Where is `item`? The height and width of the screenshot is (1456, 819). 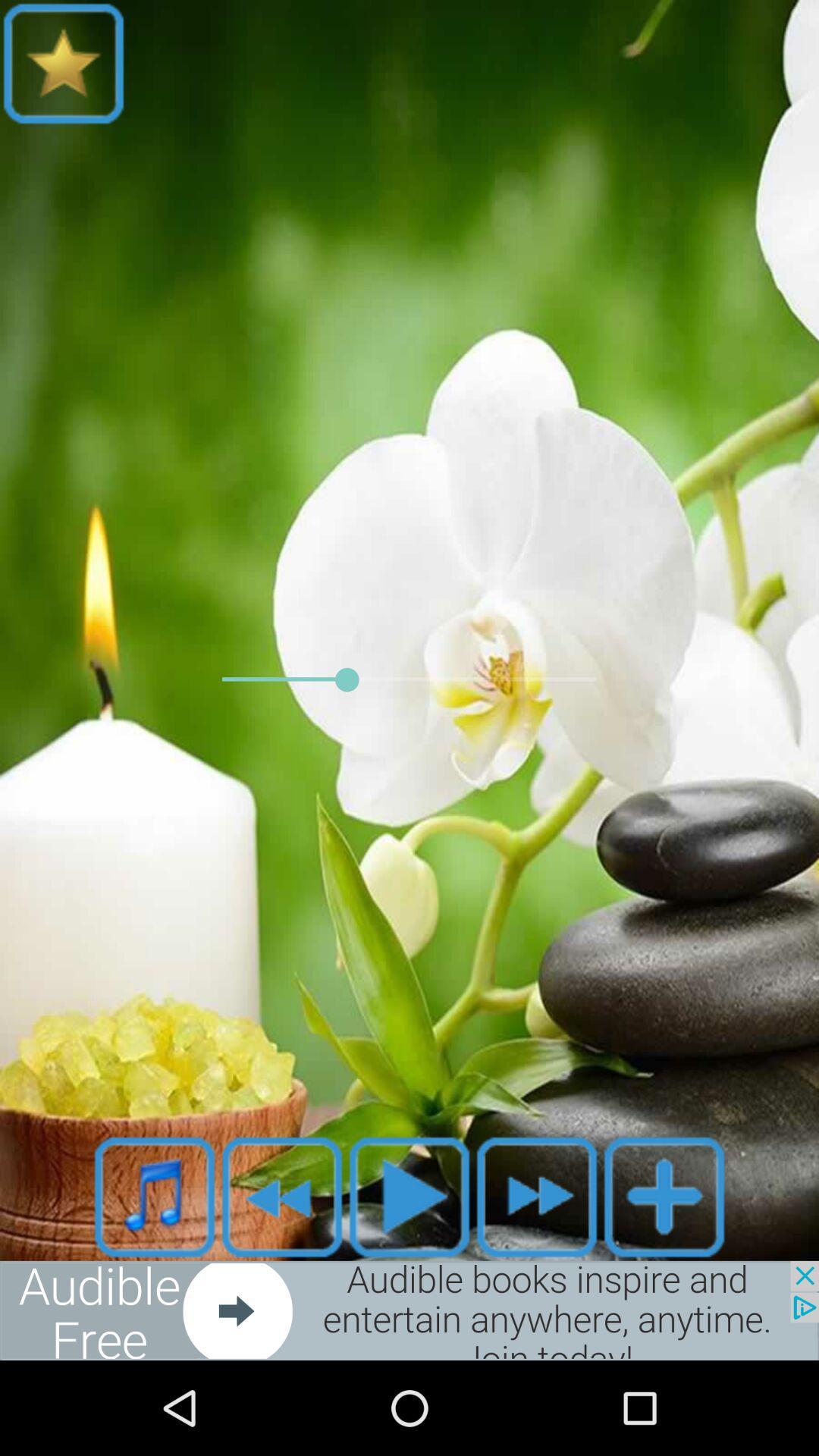
item is located at coordinates (663, 1196).